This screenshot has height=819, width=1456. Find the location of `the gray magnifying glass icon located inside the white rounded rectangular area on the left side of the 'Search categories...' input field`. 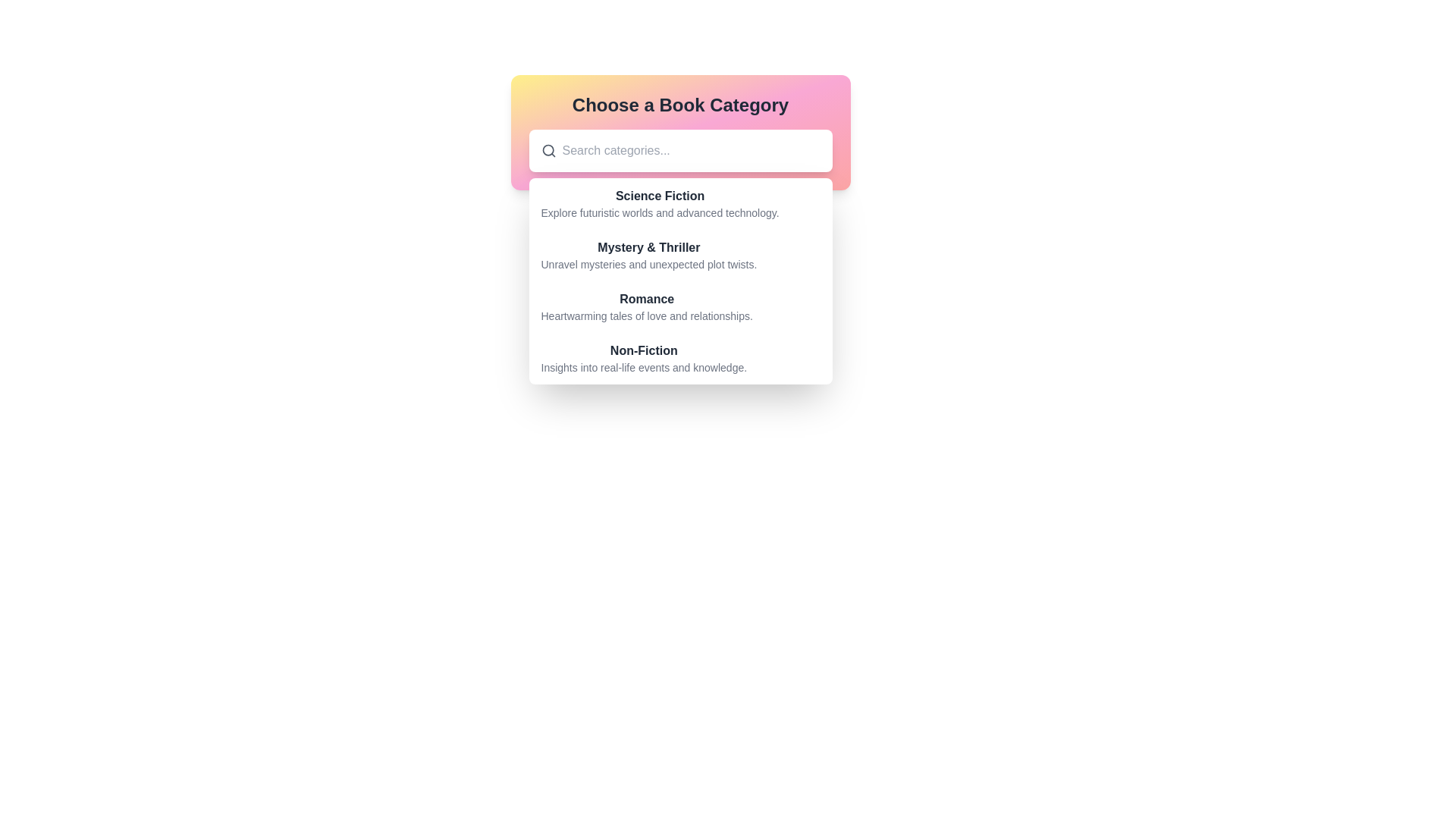

the gray magnifying glass icon located inside the white rounded rectangular area on the left side of the 'Search categories...' input field is located at coordinates (548, 151).